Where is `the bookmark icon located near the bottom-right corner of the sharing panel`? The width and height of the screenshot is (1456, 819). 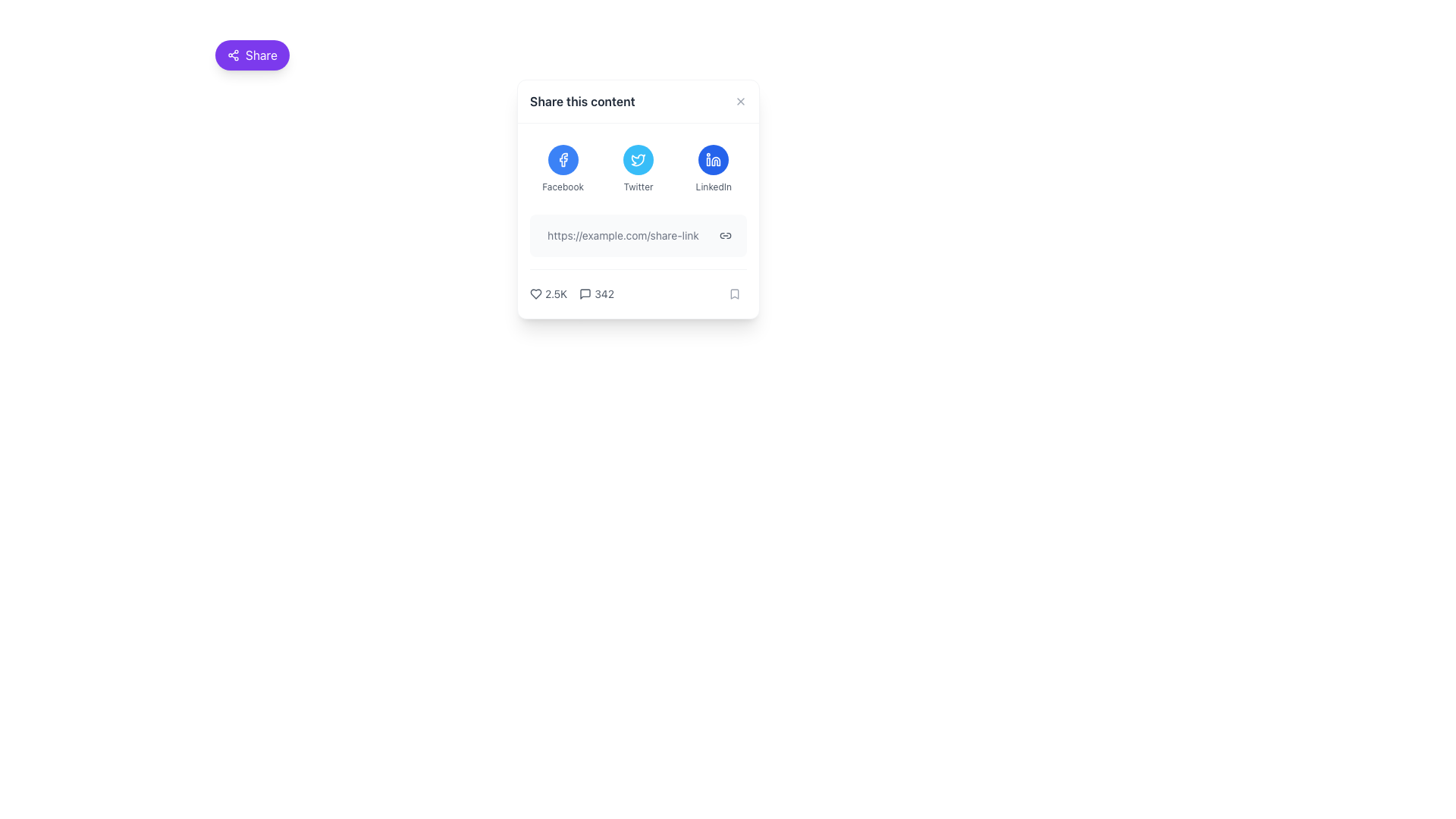
the bookmark icon located near the bottom-right corner of the sharing panel is located at coordinates (735, 294).